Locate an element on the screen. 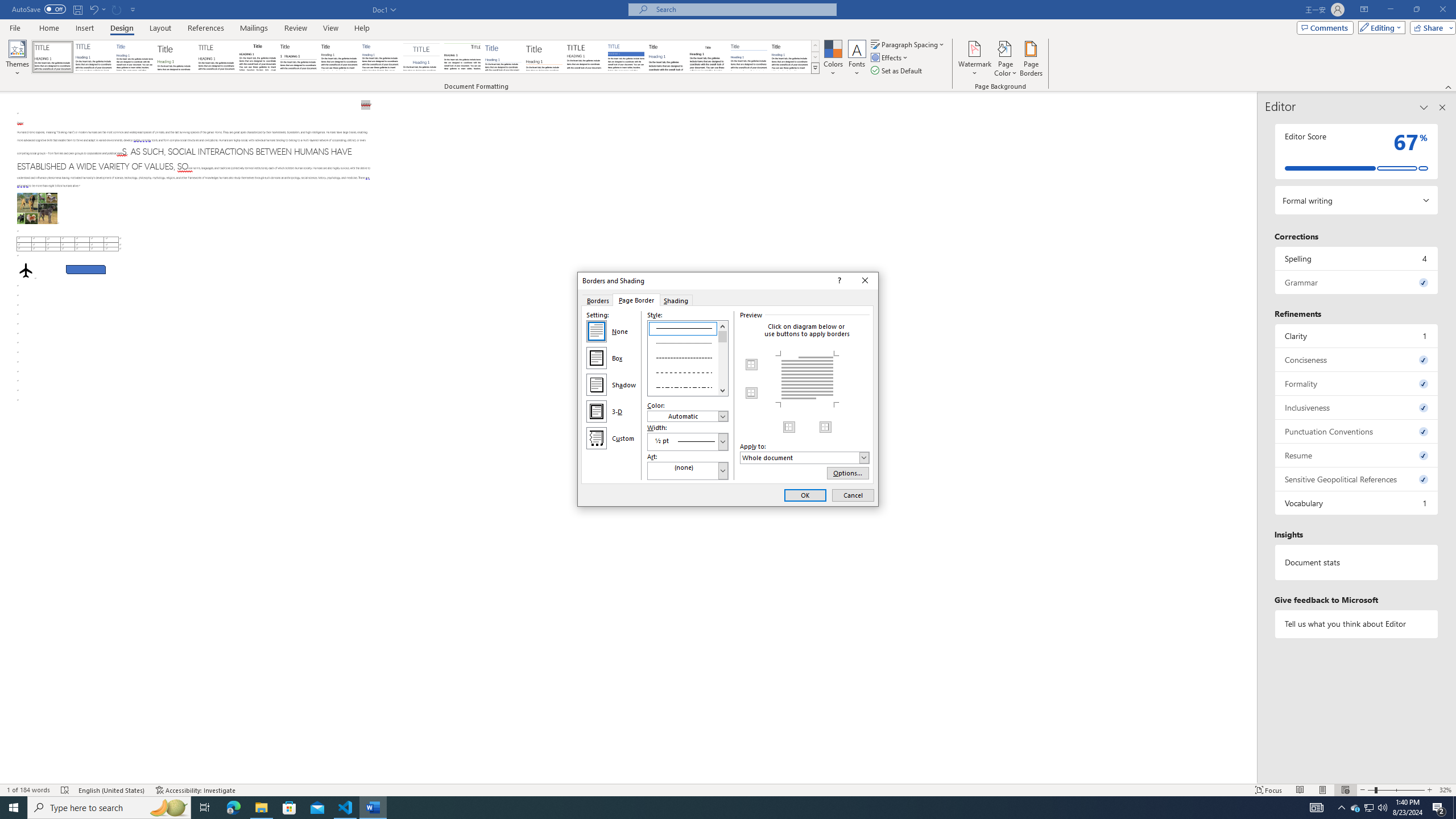 This screenshot has width=1456, height=819. 'Paragraph Spacing' is located at coordinates (908, 44).